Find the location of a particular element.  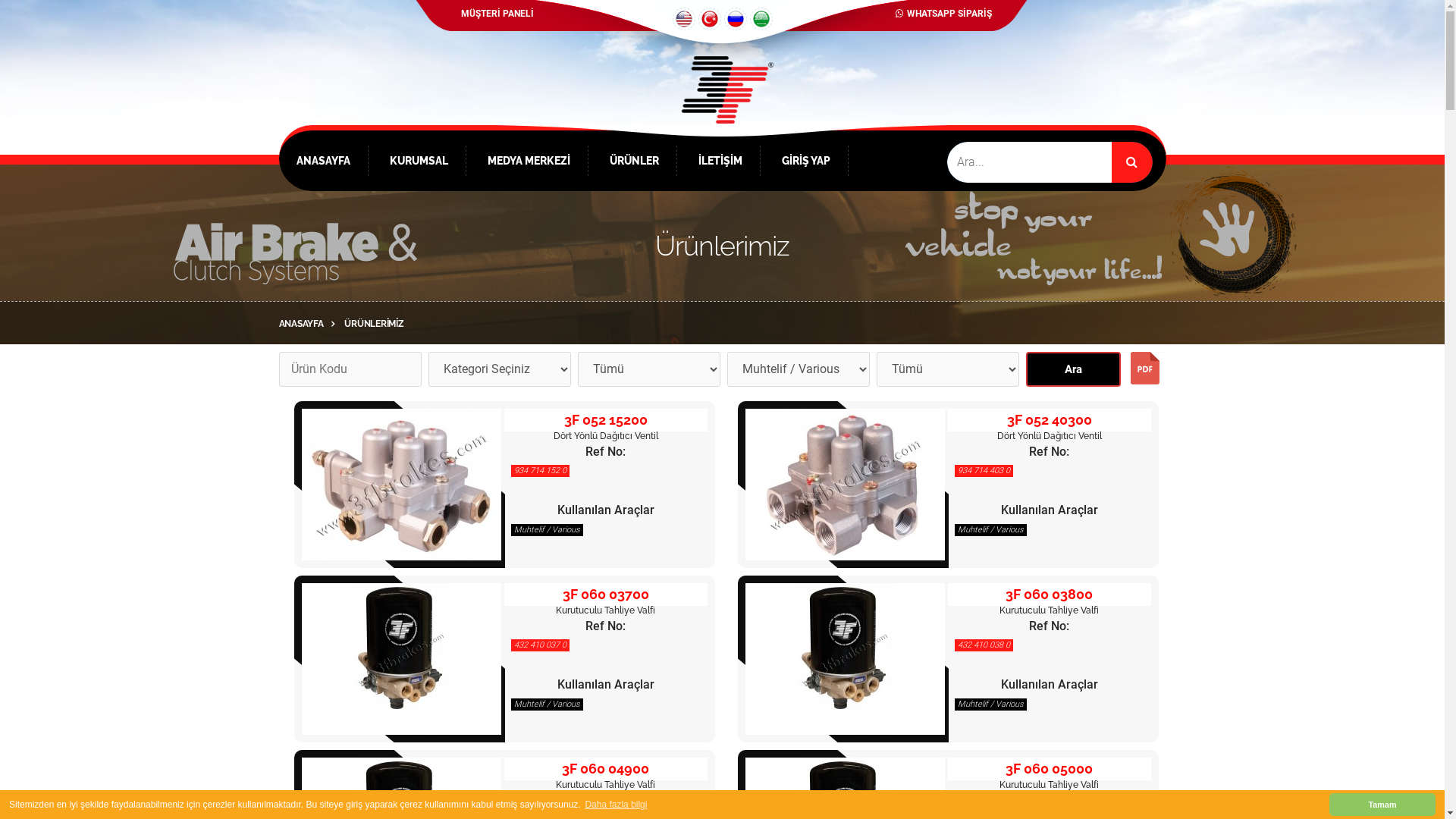

'Ara' is located at coordinates (1072, 369).